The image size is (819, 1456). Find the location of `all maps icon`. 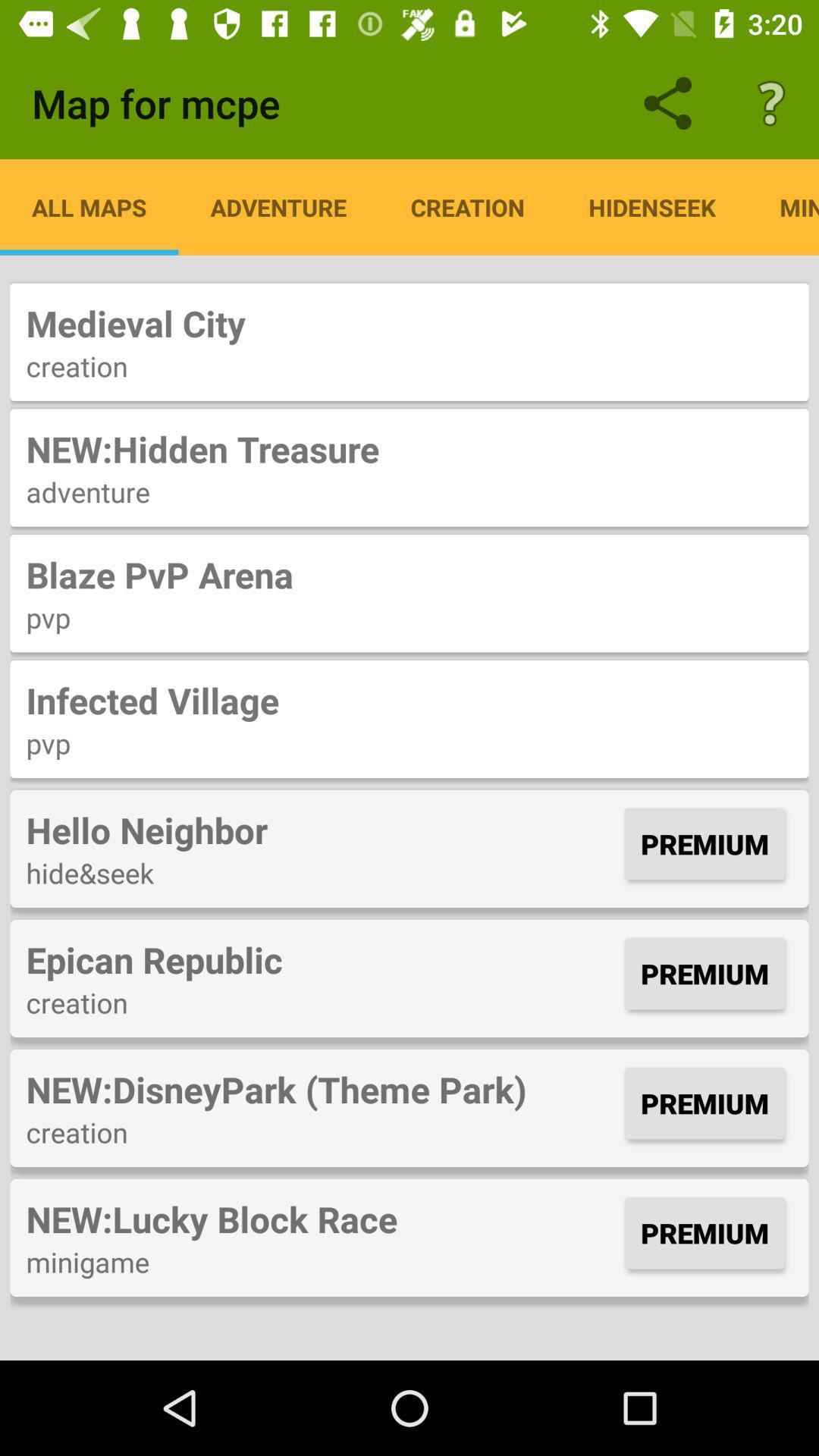

all maps icon is located at coordinates (89, 206).